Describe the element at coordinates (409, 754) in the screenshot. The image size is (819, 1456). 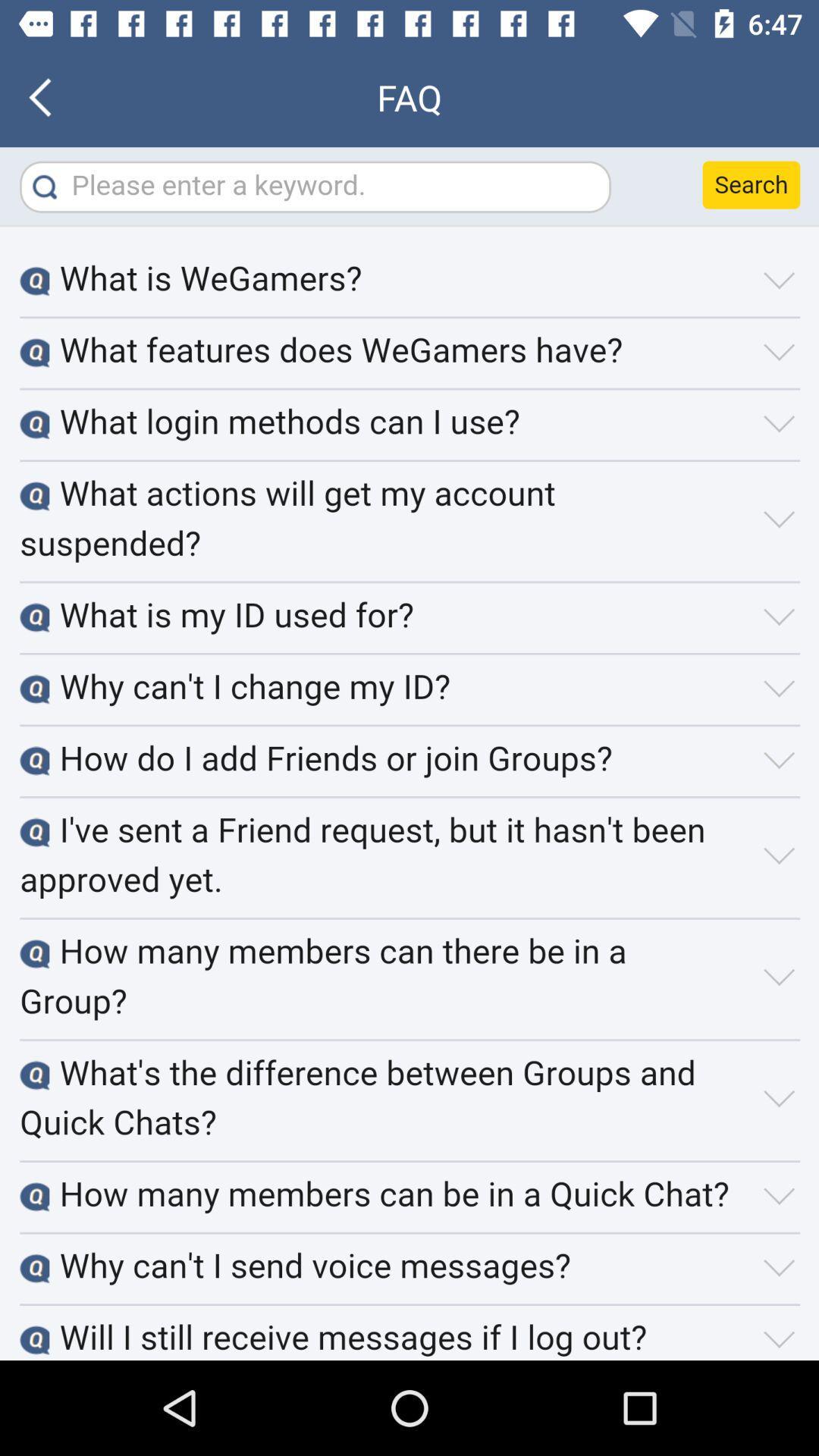
I see `description` at that location.